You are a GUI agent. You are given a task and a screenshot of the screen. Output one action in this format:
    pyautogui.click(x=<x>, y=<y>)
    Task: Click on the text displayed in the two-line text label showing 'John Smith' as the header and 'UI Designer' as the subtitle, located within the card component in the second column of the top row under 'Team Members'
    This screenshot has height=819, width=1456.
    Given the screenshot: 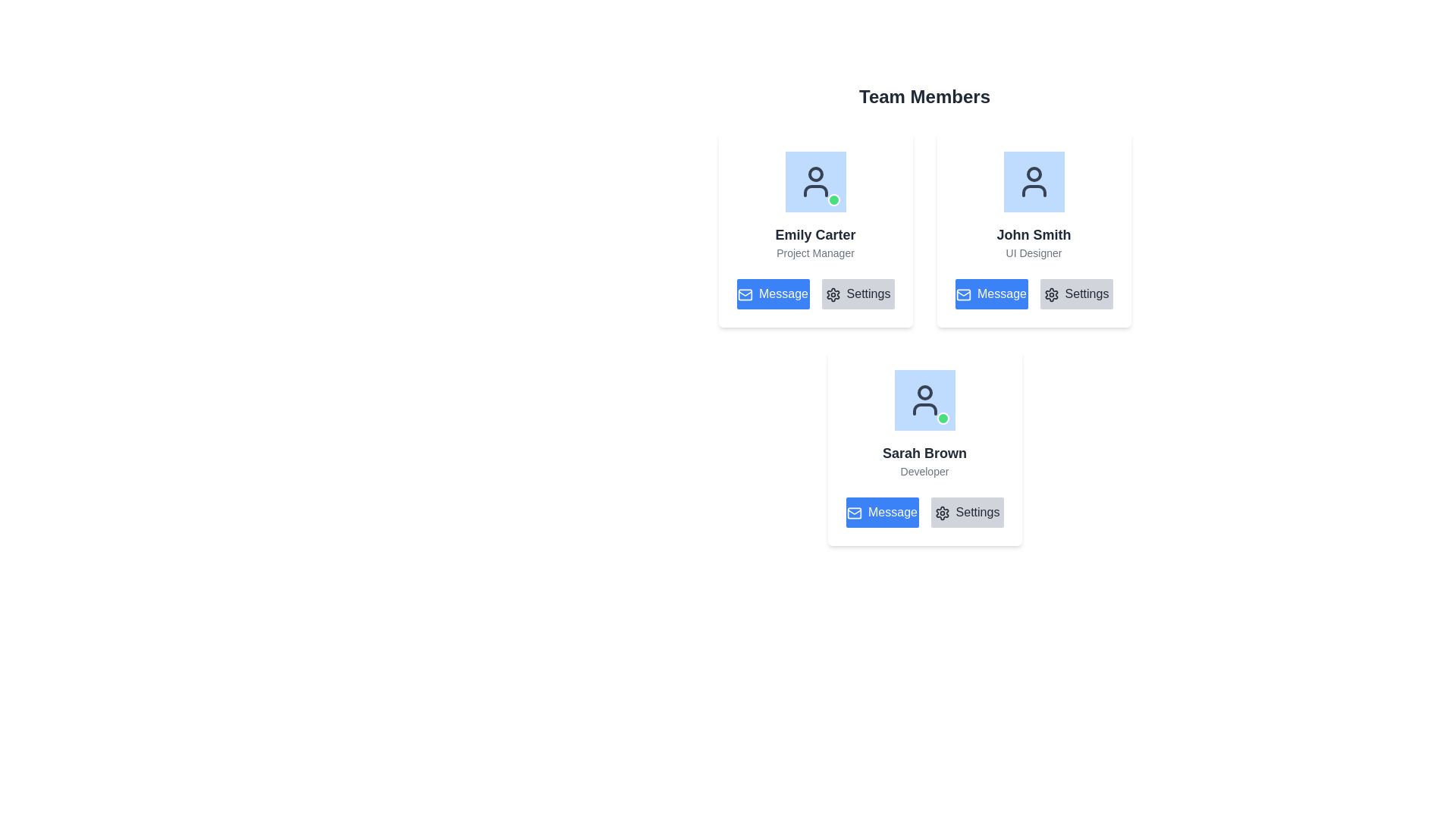 What is the action you would take?
    pyautogui.click(x=1033, y=242)
    